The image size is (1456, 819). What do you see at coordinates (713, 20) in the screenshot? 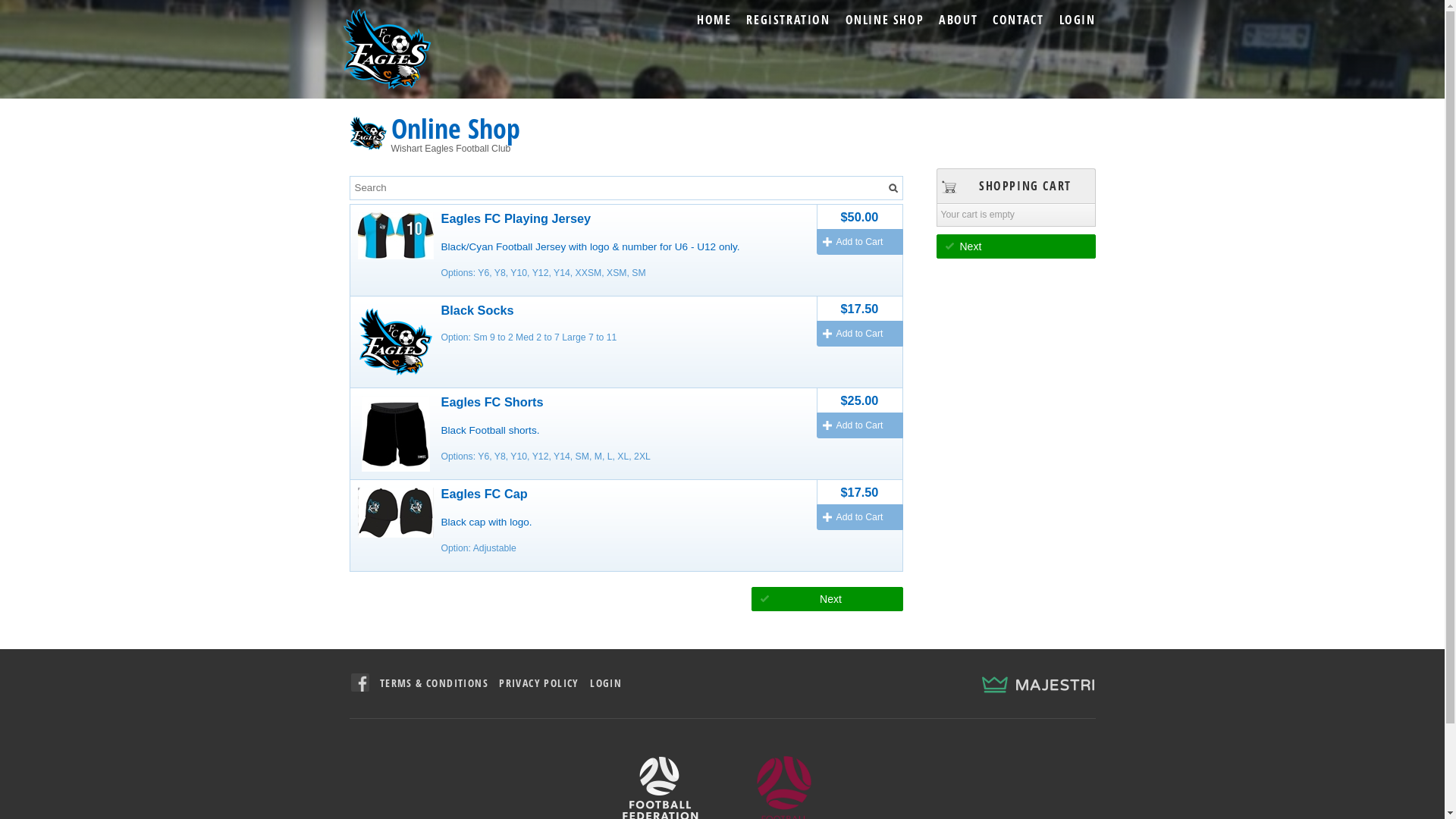
I see `'HOME'` at bounding box center [713, 20].